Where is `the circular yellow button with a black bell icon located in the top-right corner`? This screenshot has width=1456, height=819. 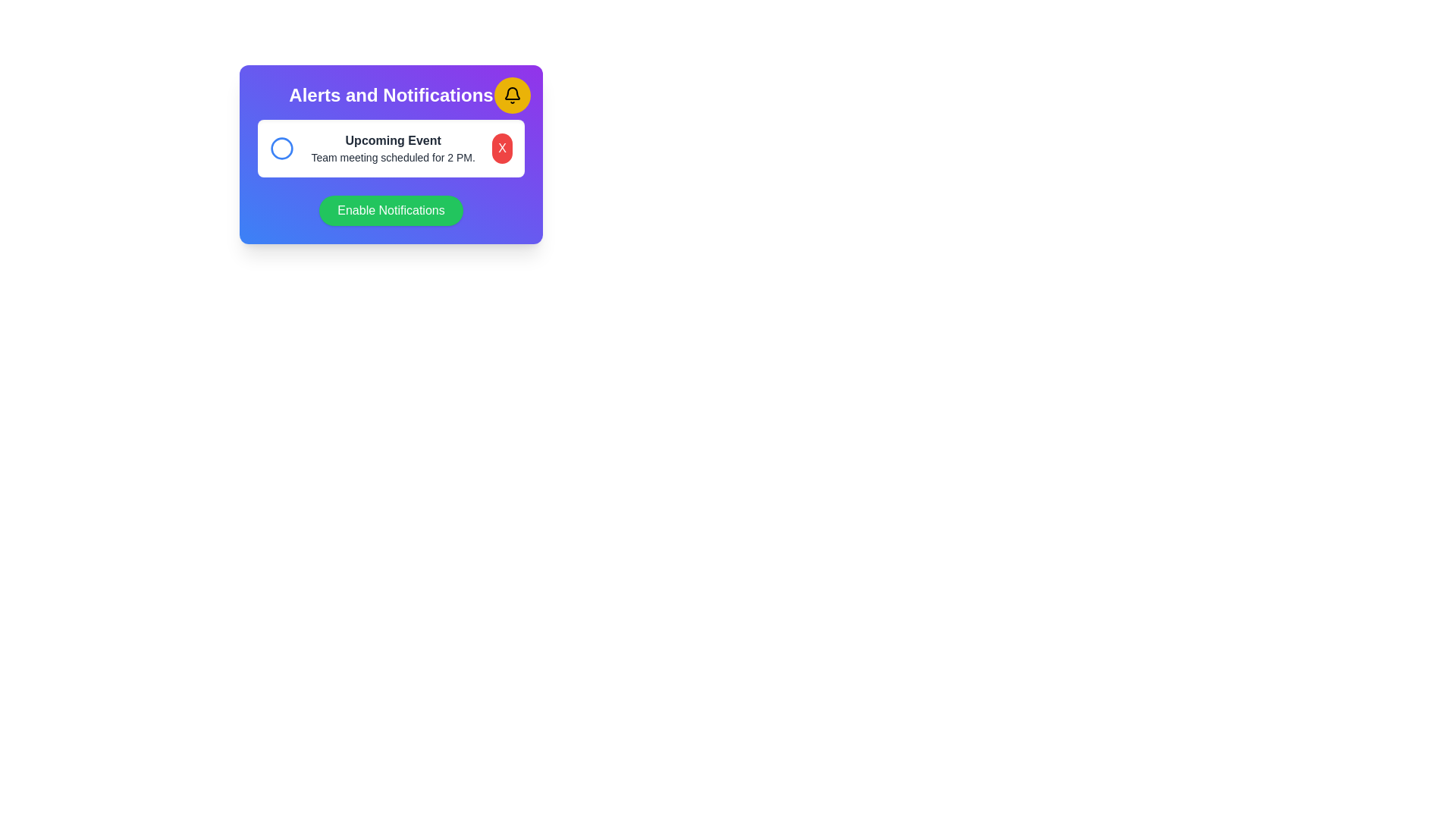 the circular yellow button with a black bell icon located in the top-right corner is located at coordinates (513, 96).